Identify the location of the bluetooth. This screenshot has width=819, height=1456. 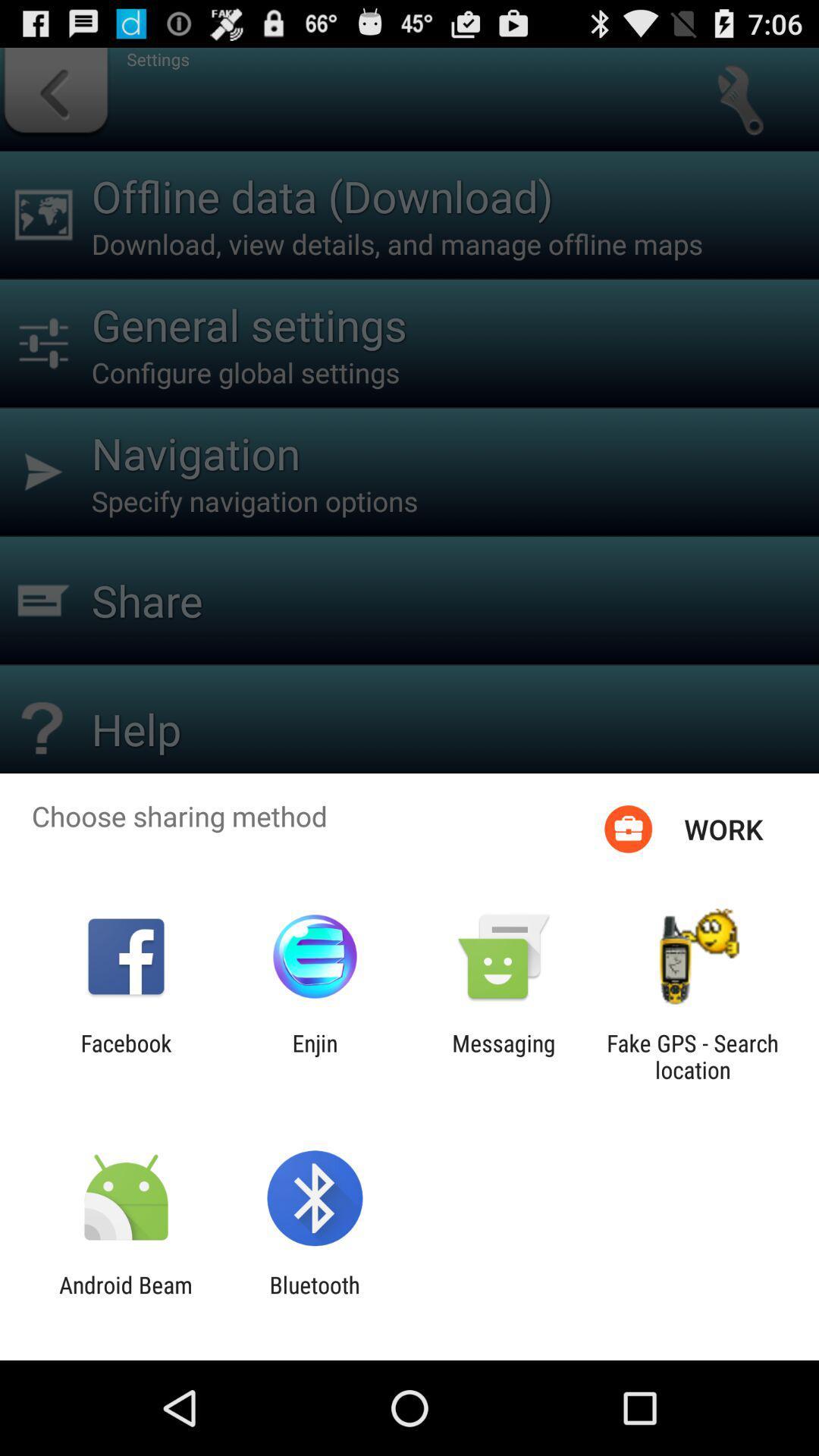
(314, 1298).